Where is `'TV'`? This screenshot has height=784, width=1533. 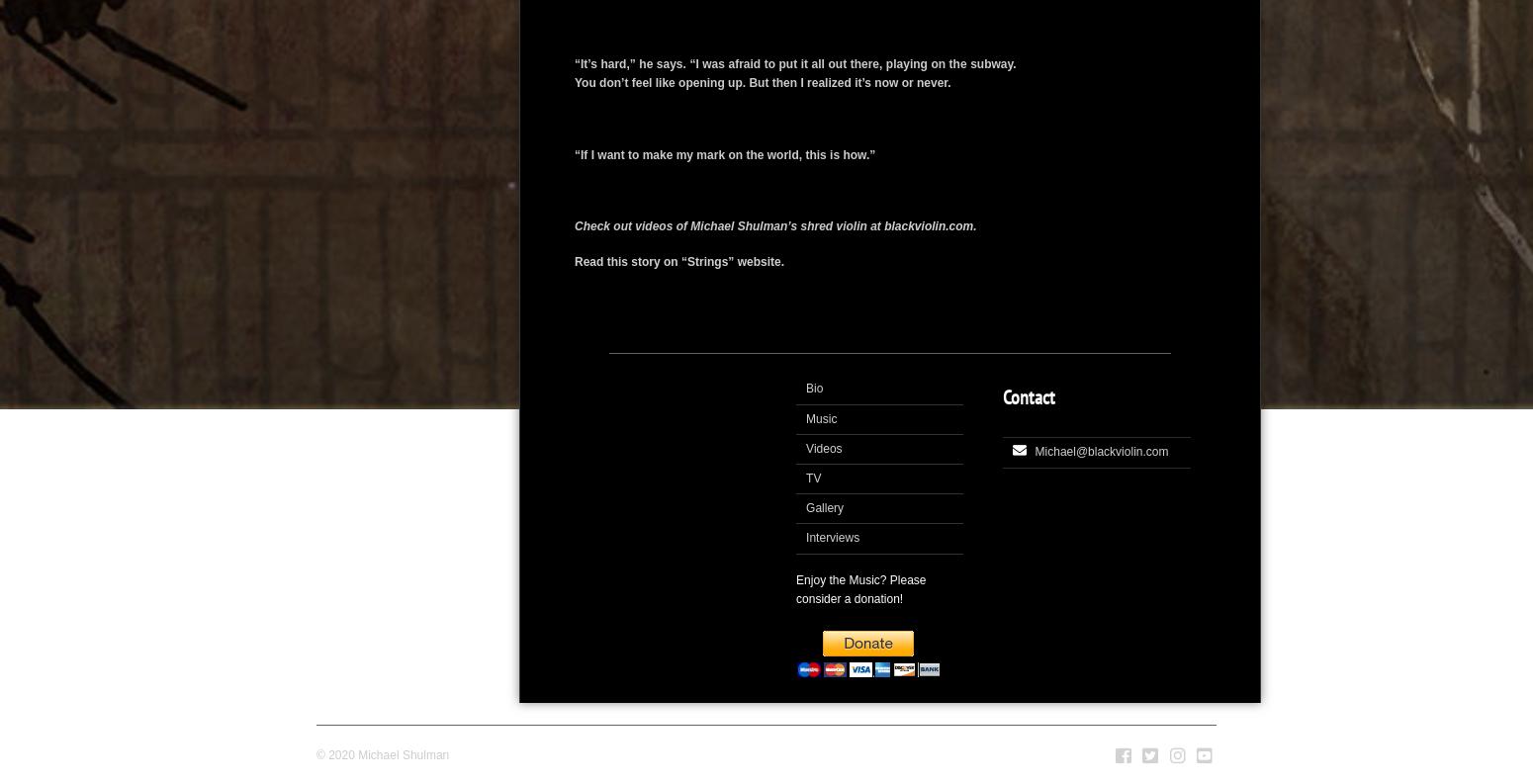
'TV' is located at coordinates (812, 477).